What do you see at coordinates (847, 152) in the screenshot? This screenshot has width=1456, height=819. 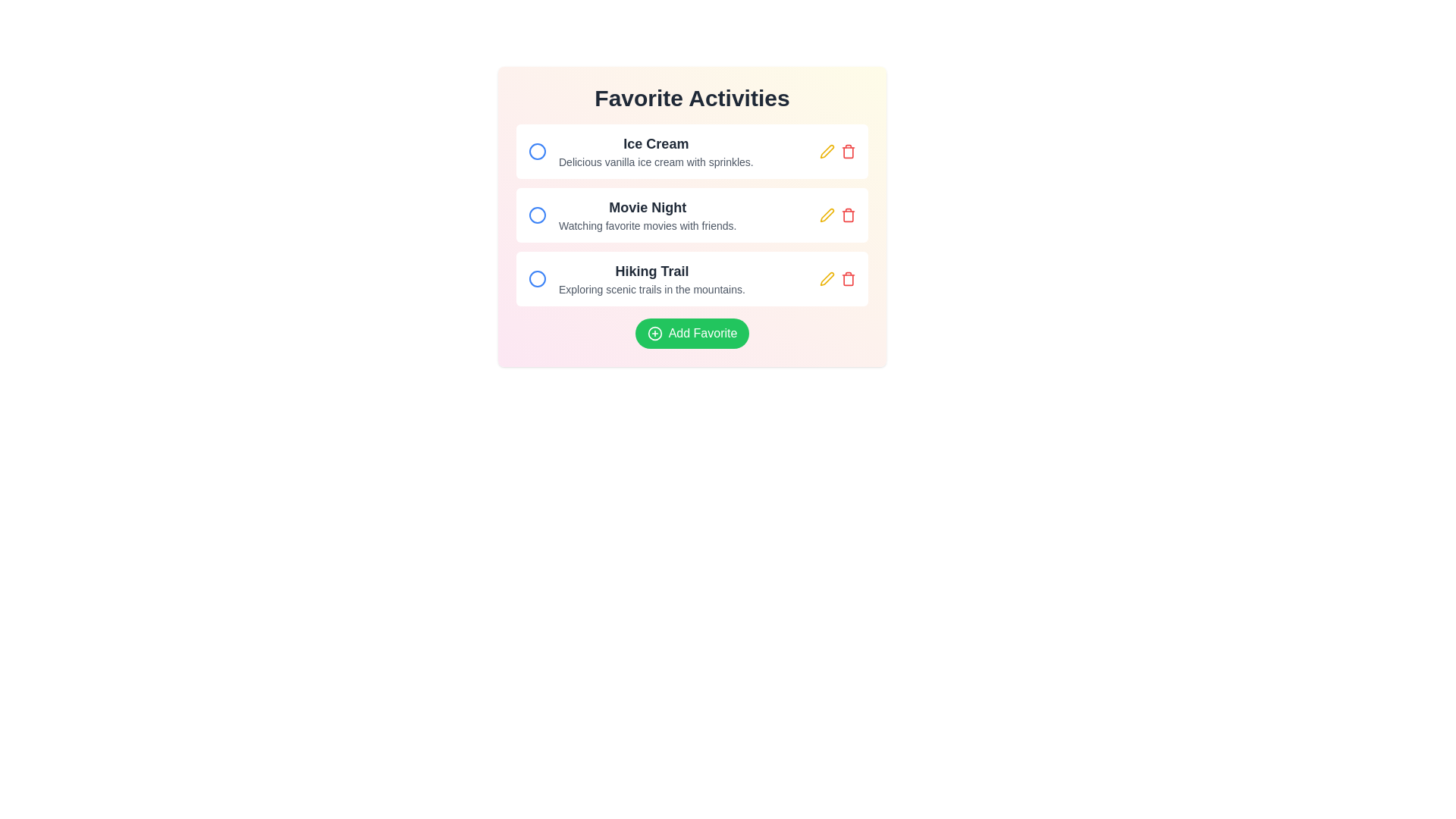 I see `the trash icon located in the upper-right corner of the 'Ice Cream' list item under the 'Favorite Activities' section` at bounding box center [847, 152].